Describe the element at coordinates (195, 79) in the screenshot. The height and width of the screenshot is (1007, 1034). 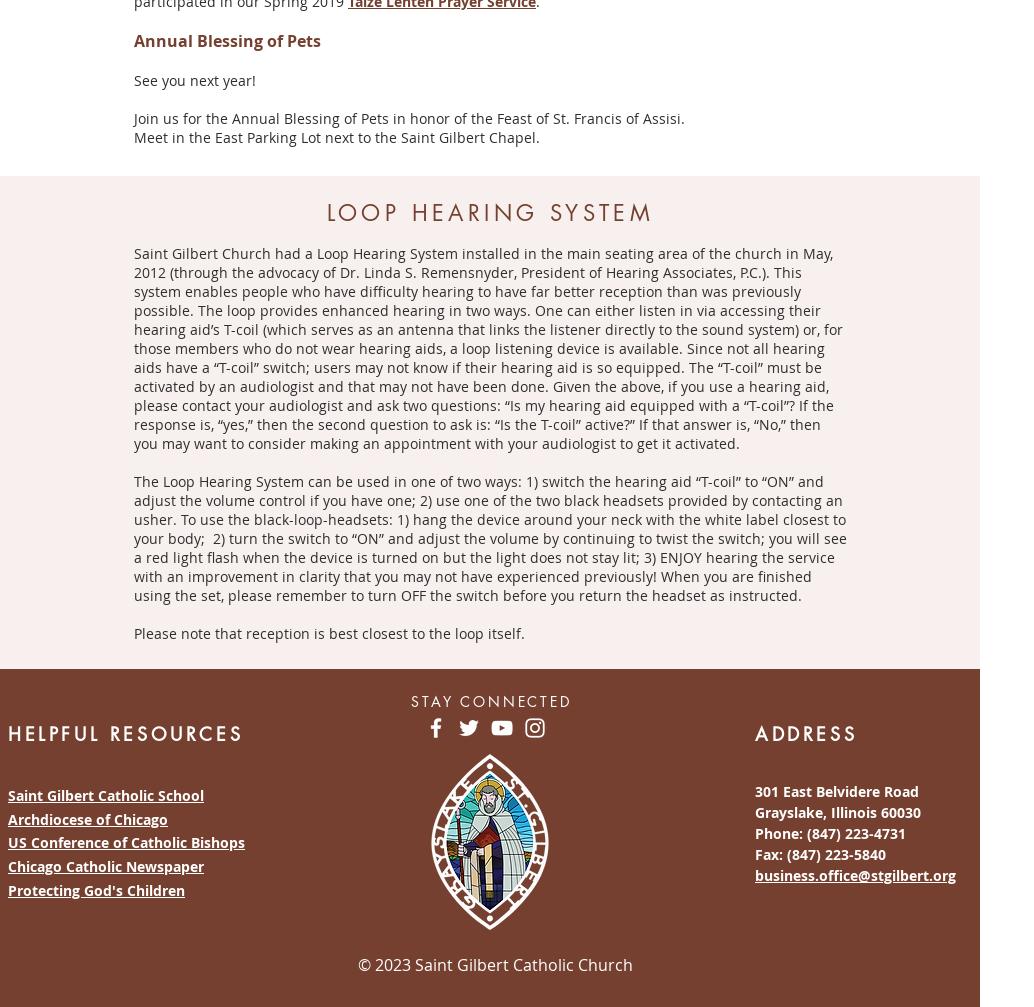
I see `'See you next year!'` at that location.